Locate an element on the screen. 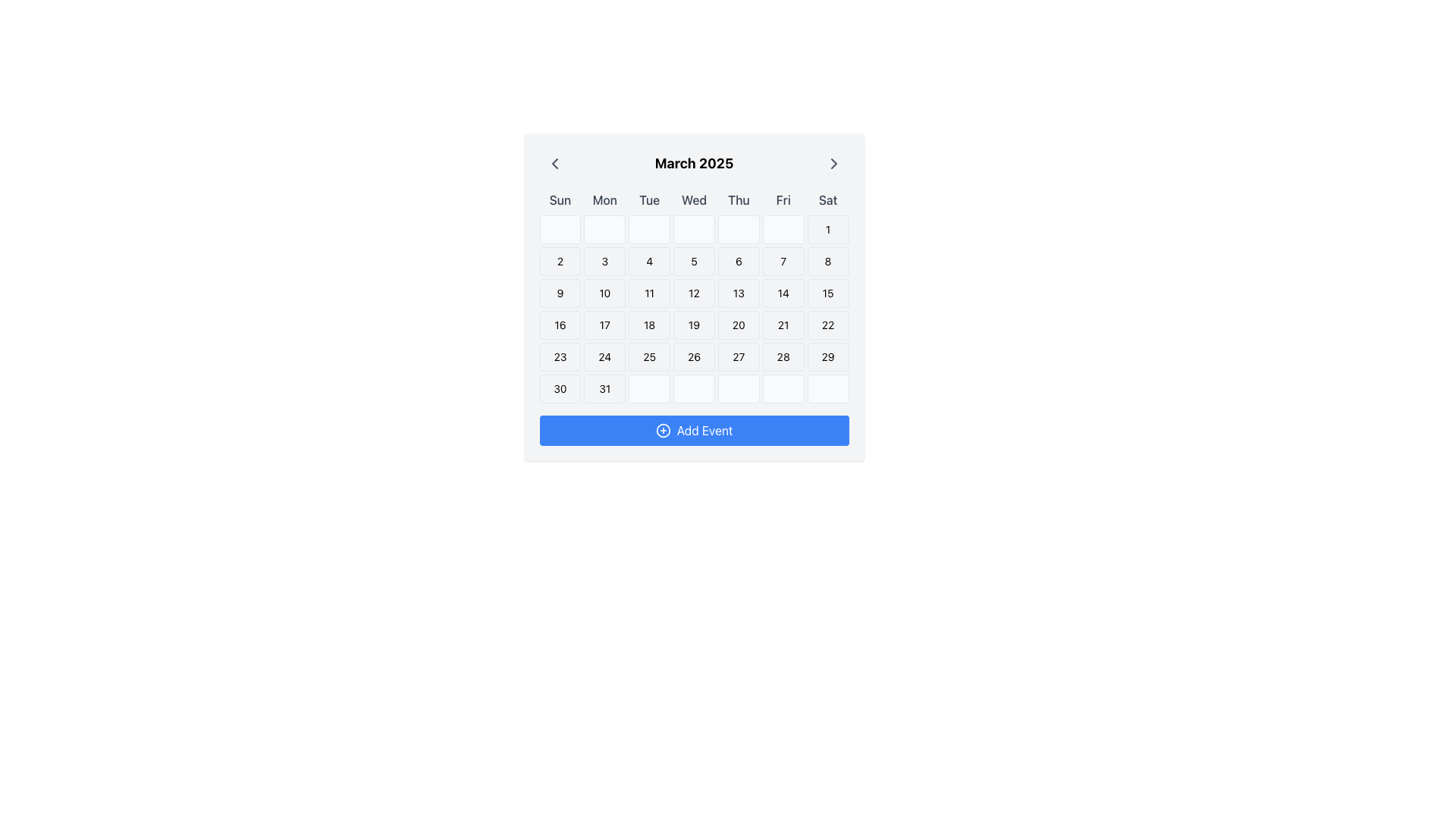 The width and height of the screenshot is (1456, 819). the 'Add Event' icon, which is a circular icon located at the left side of the button, to trigger potential hover feedback is located at coordinates (663, 430).